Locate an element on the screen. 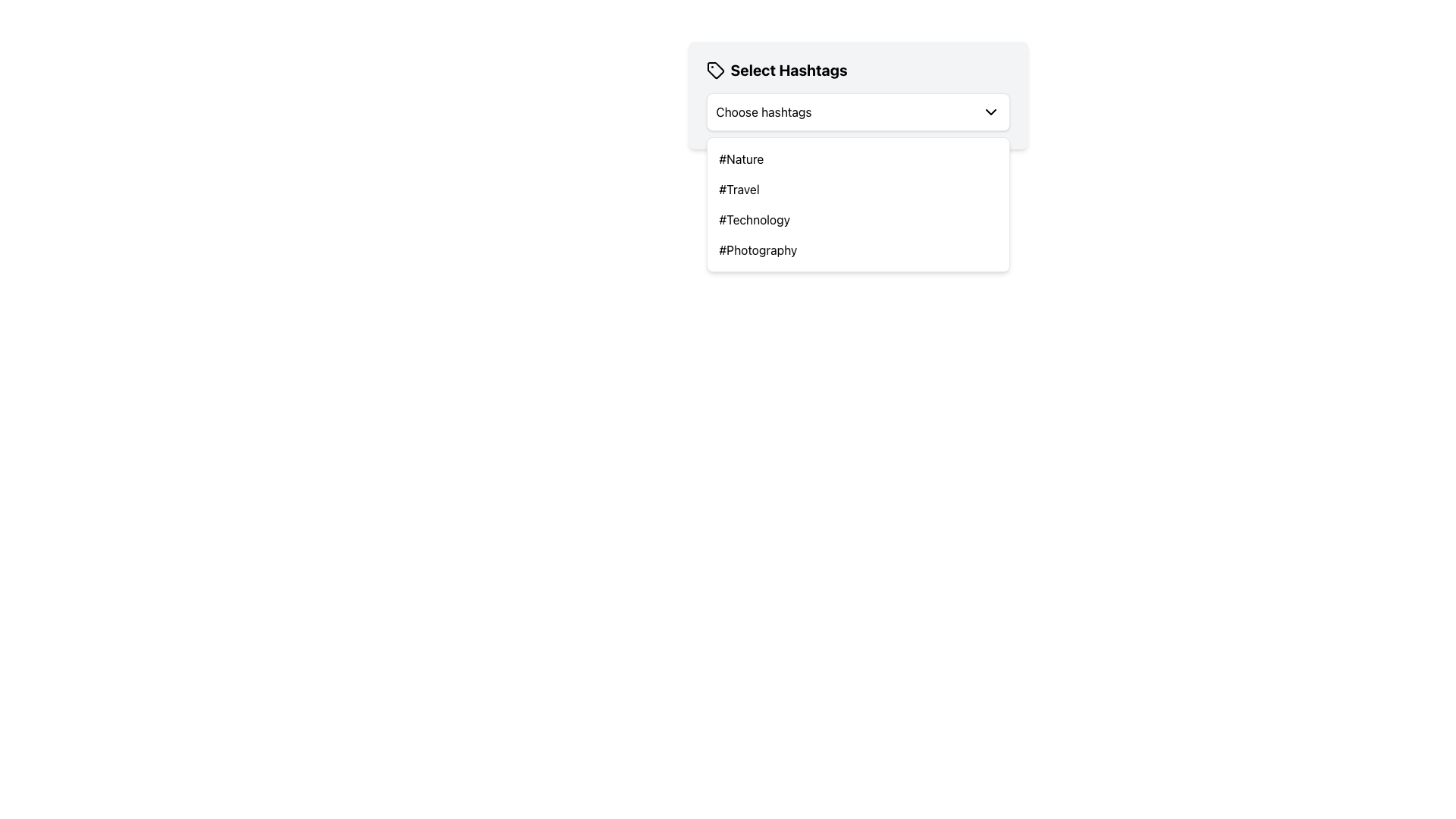 Image resolution: width=1456 pixels, height=819 pixels. the icon associated with the 'Select Hashtags' dropdown menu located at the top left corner of the interface is located at coordinates (714, 70).